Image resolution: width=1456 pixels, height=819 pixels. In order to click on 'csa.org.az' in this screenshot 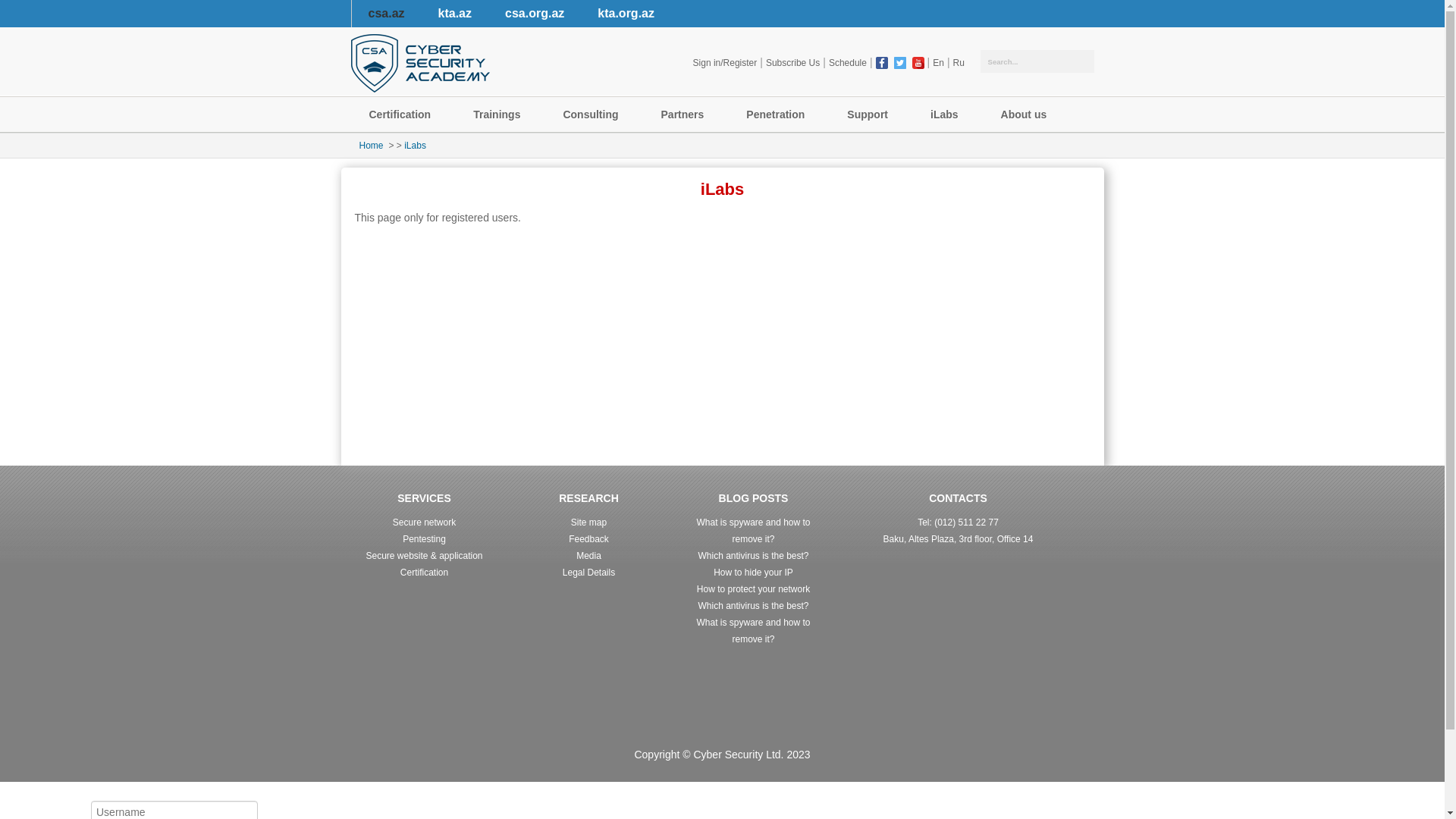, I will do `click(535, 14)`.